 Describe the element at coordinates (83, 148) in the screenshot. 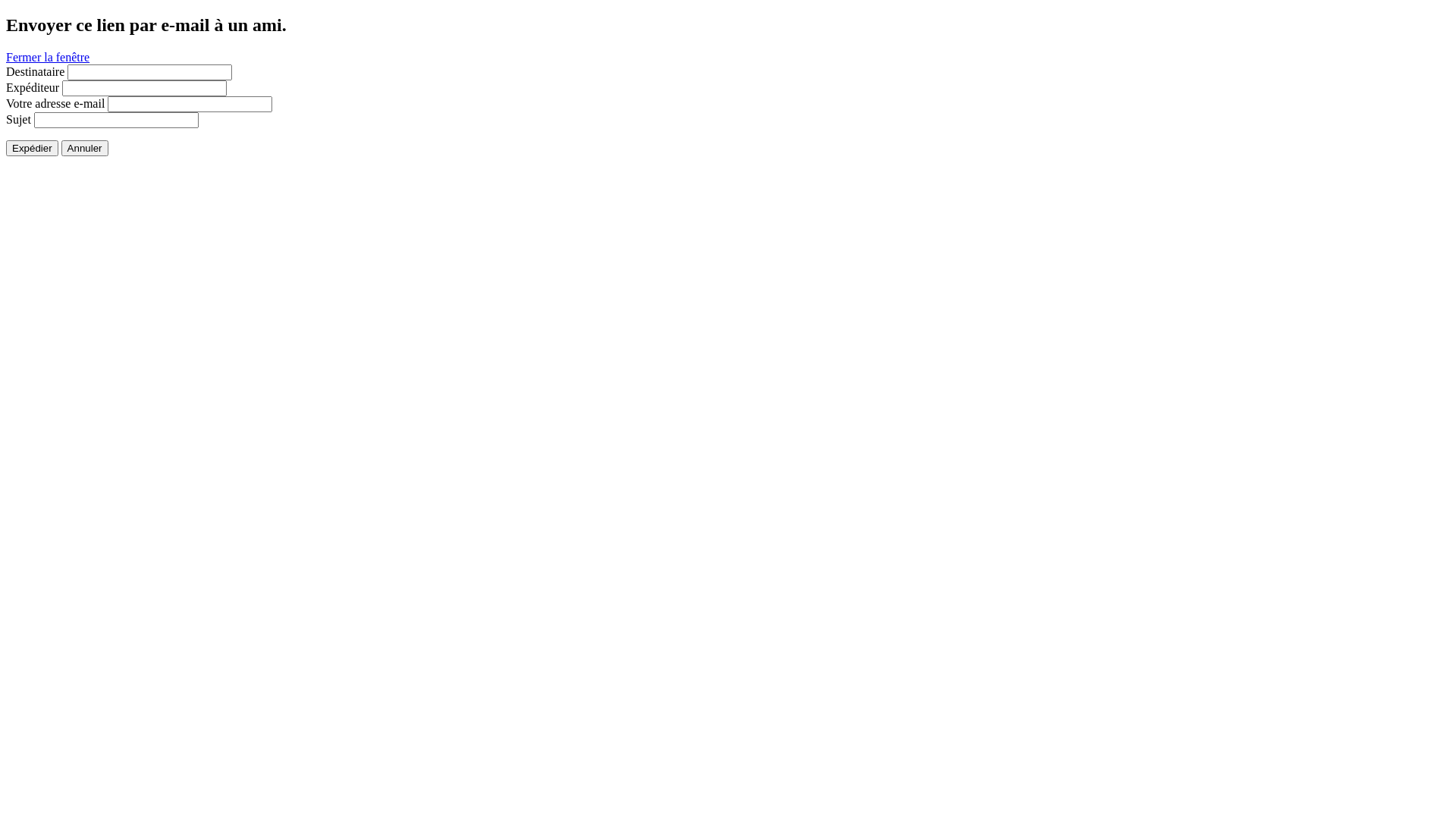

I see `'Annuler'` at that location.